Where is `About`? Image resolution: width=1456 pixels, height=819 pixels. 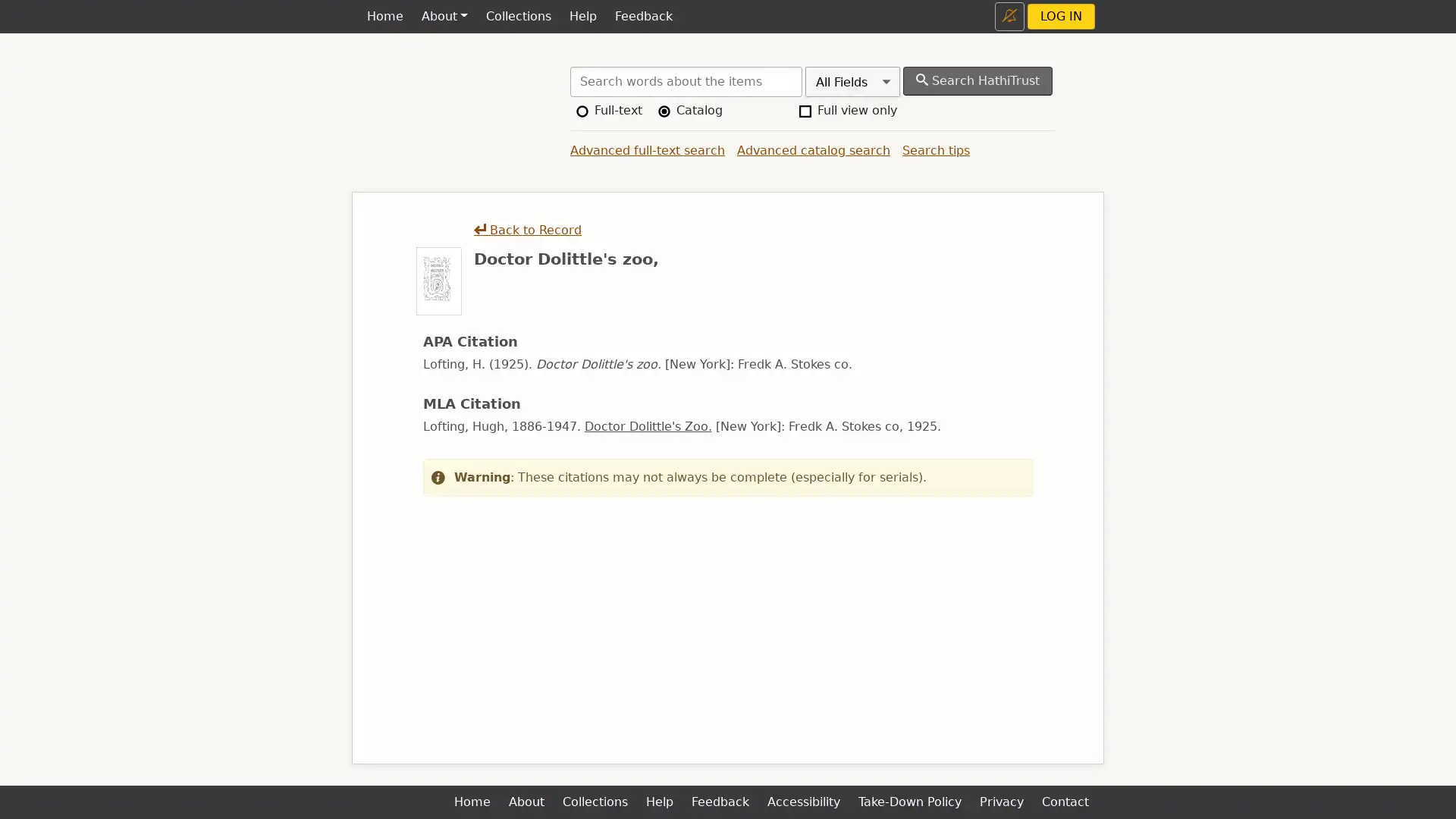
About is located at coordinates (443, 17).